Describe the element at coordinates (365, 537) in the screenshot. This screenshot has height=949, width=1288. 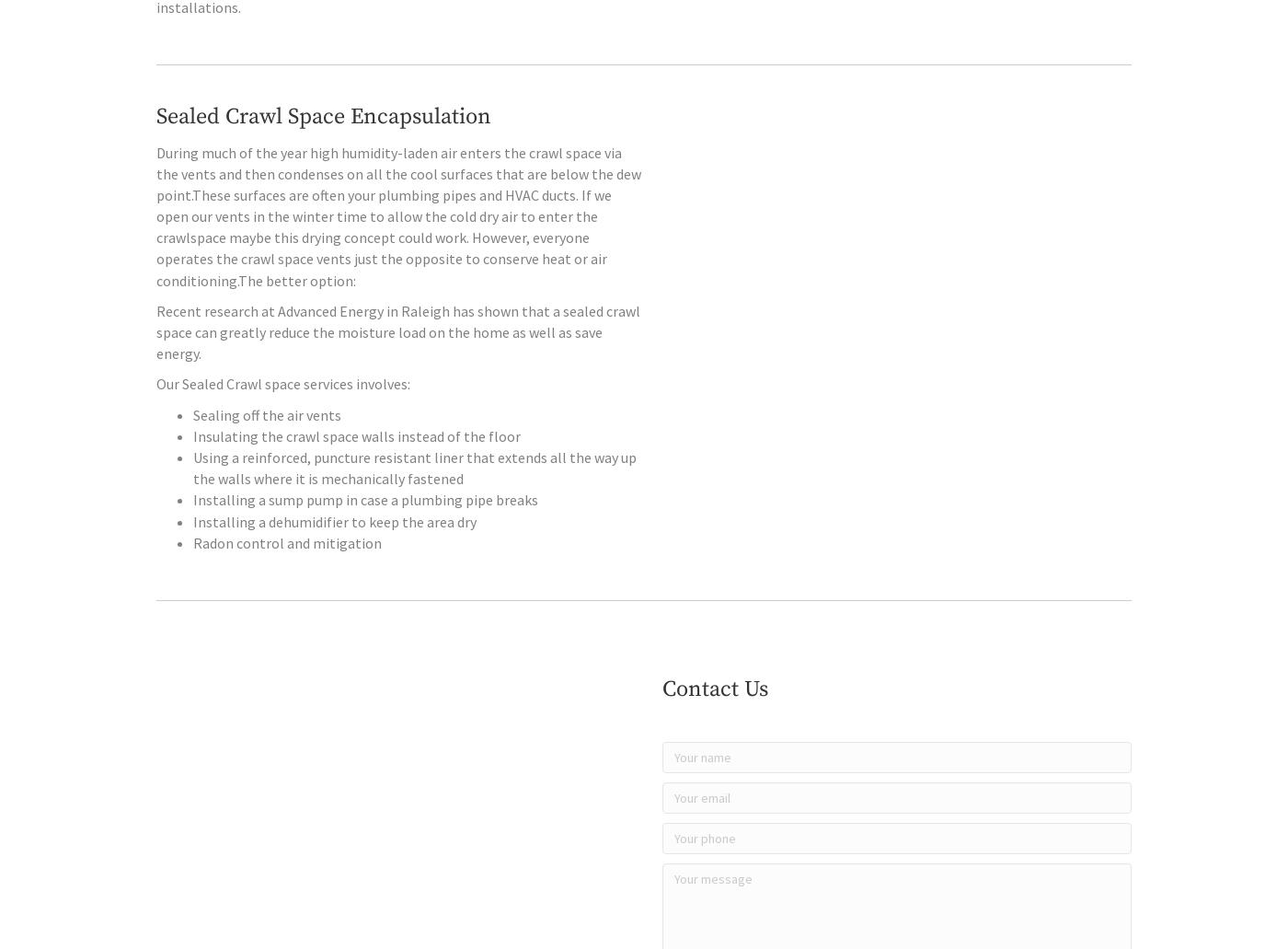
I see `'Installing a sump pump in case a plumbing pipe breaks'` at that location.